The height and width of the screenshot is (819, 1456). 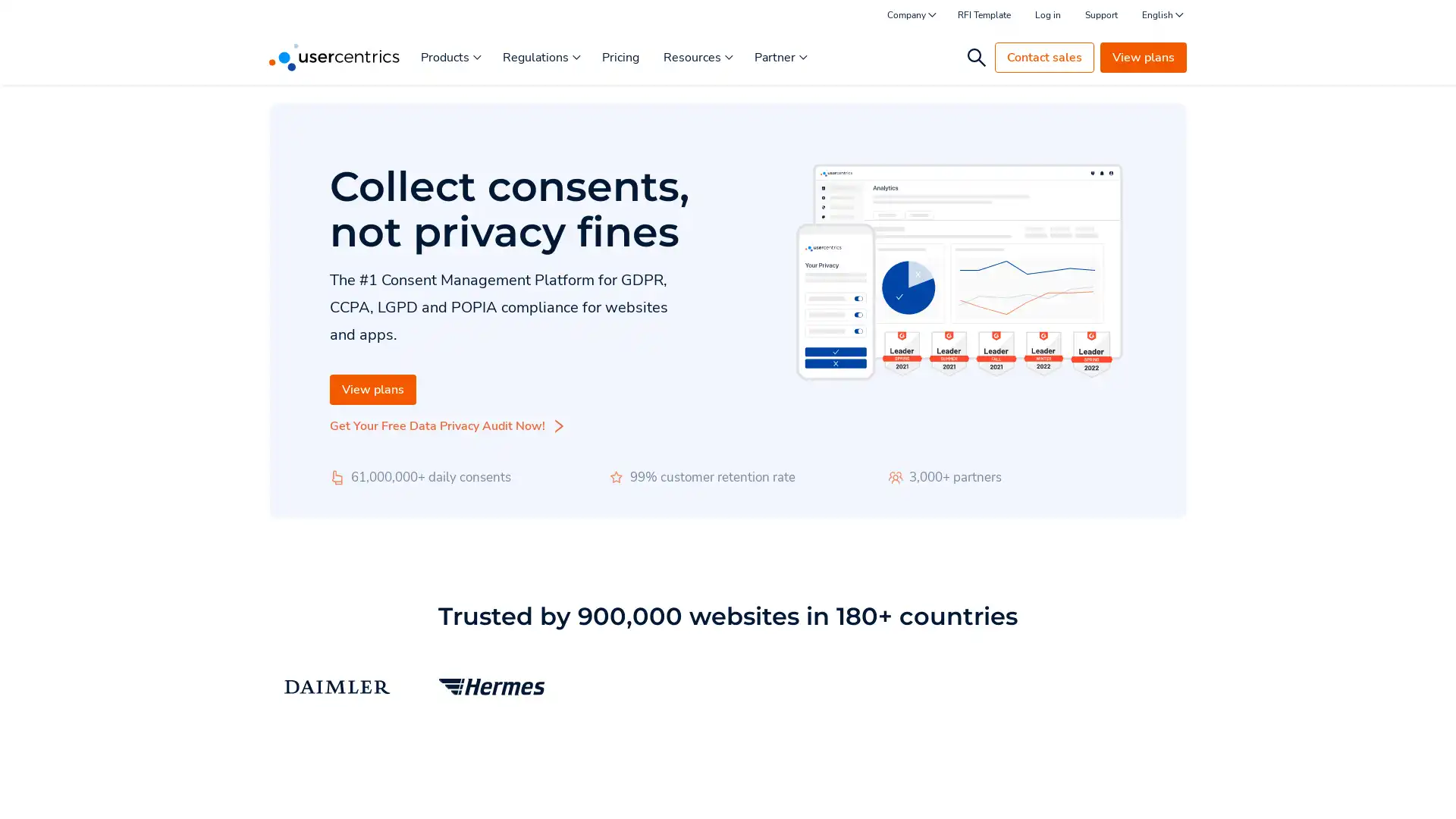 What do you see at coordinates (192, 773) in the screenshot?
I see `More Information` at bounding box center [192, 773].